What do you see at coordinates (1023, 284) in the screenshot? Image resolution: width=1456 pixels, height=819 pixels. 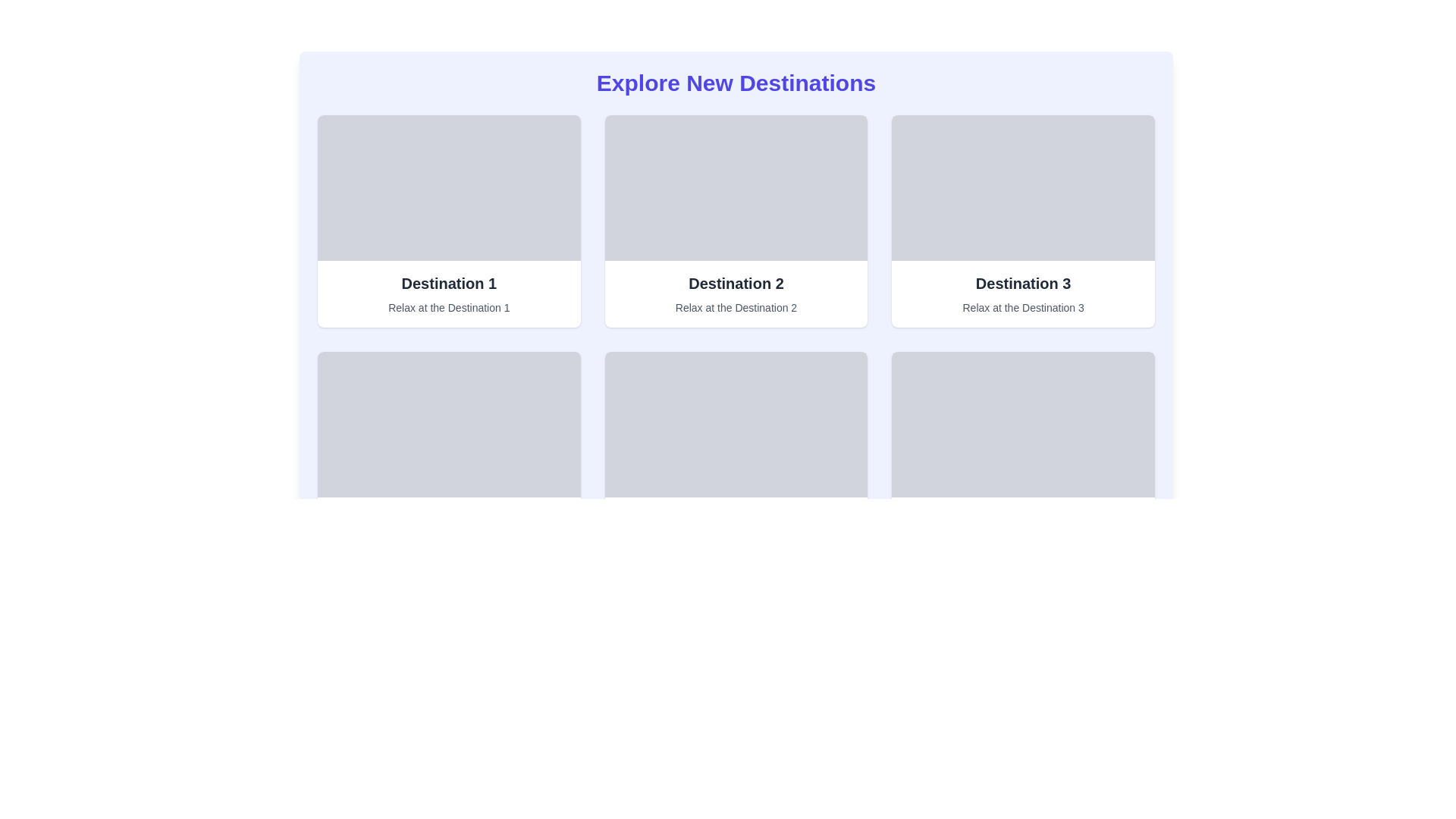 I see `text label 'Destination 3' which is prominently displayed in the header of the third card in the top row of a grid layout` at bounding box center [1023, 284].